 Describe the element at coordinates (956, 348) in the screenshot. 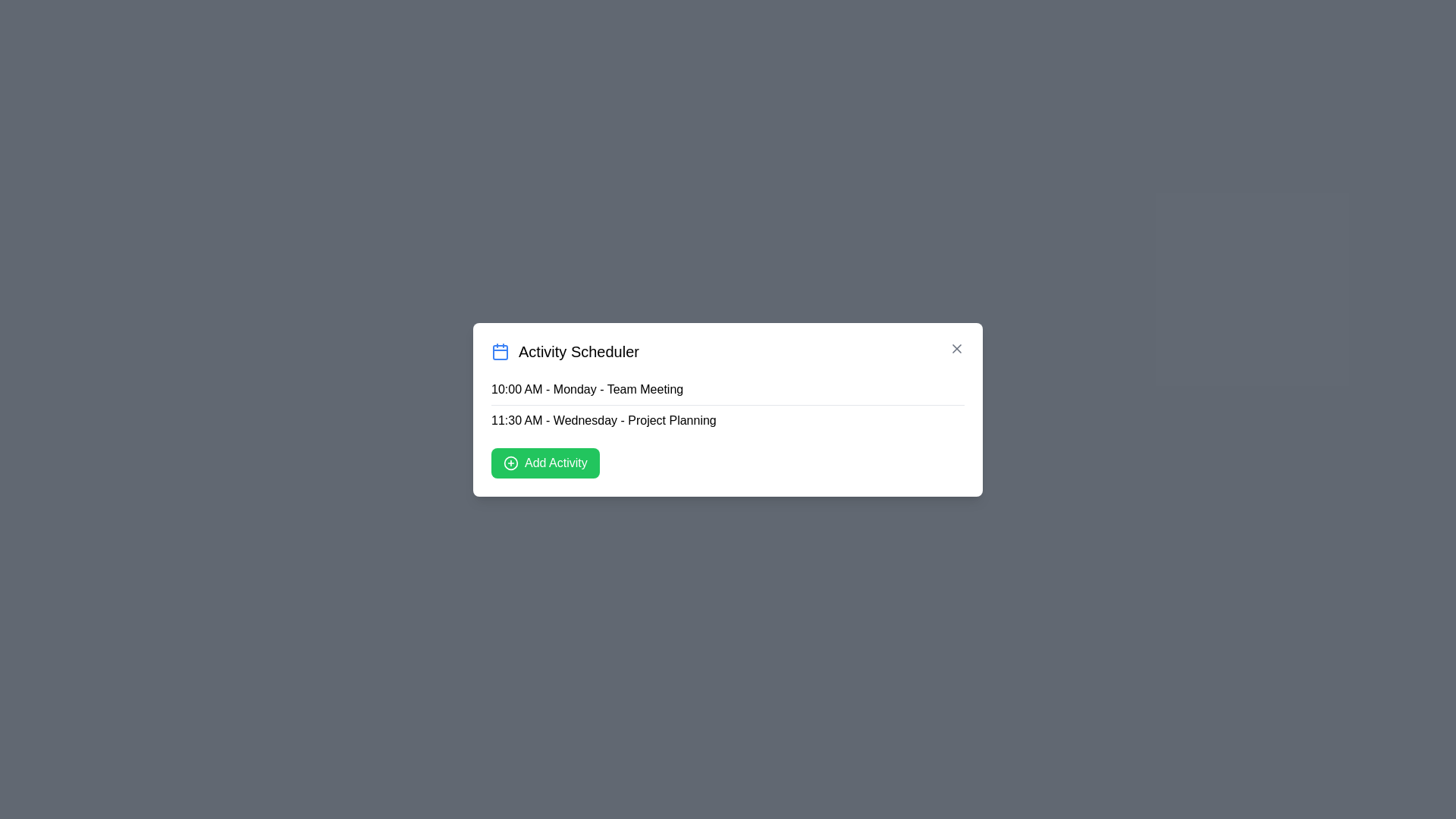

I see `the close icon to close the dialog` at that location.